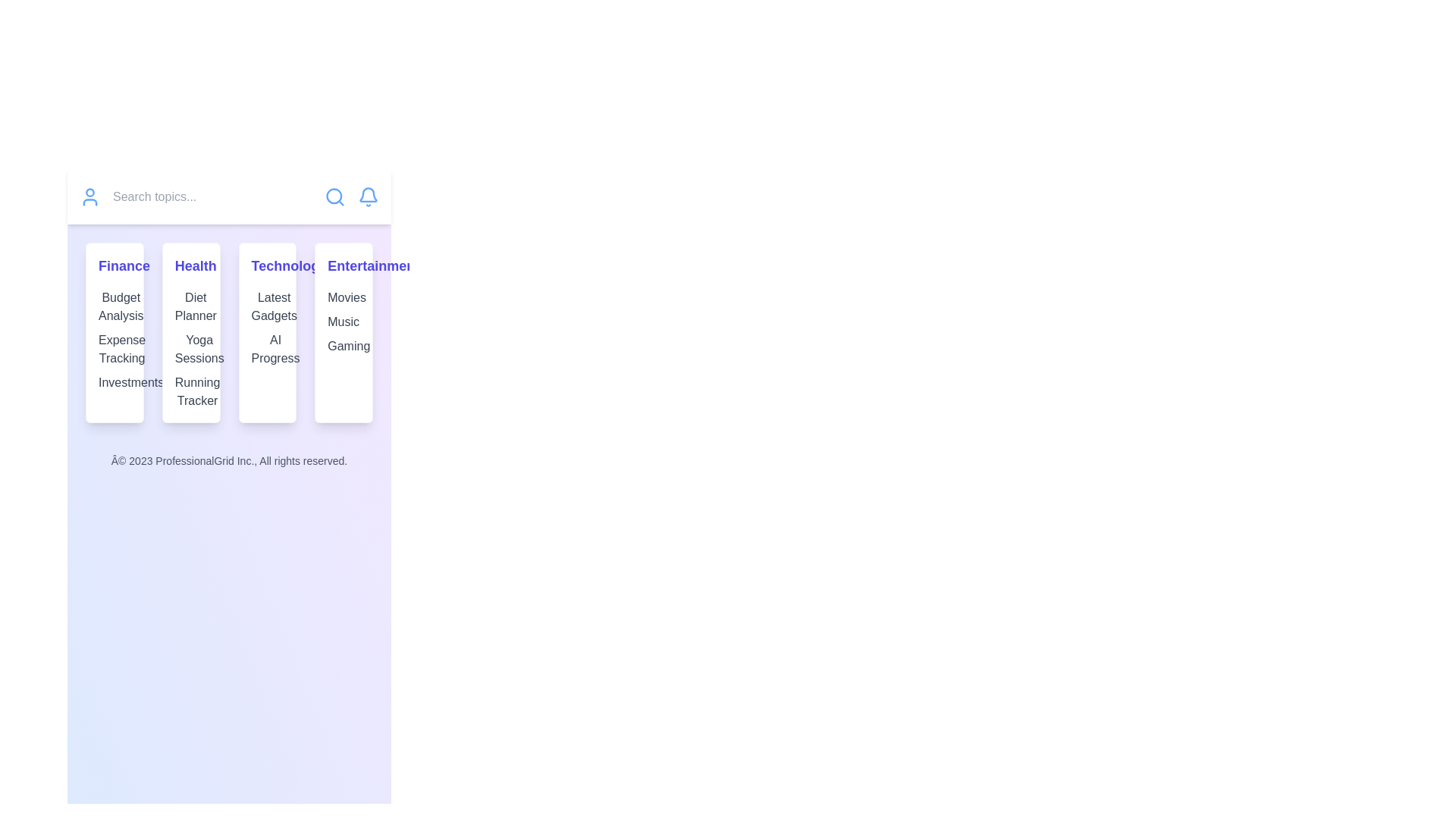  What do you see at coordinates (333, 195) in the screenshot?
I see `the circular representation of the search icon located in the top navigation bar, which is styled as part of the magnifying glass portion of the search icon` at bounding box center [333, 195].